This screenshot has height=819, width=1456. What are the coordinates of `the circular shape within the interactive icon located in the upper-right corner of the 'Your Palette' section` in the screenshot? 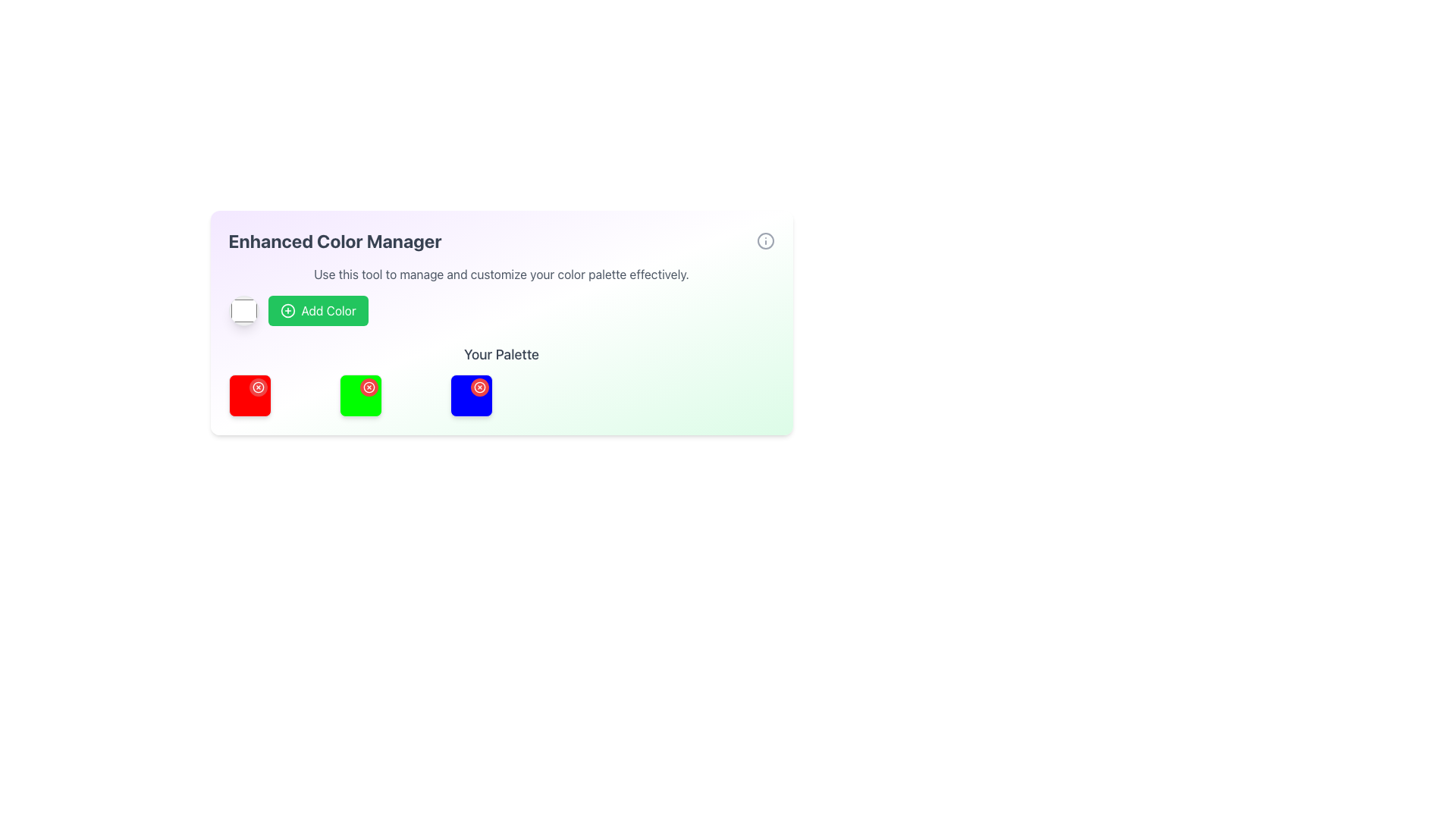 It's located at (479, 386).